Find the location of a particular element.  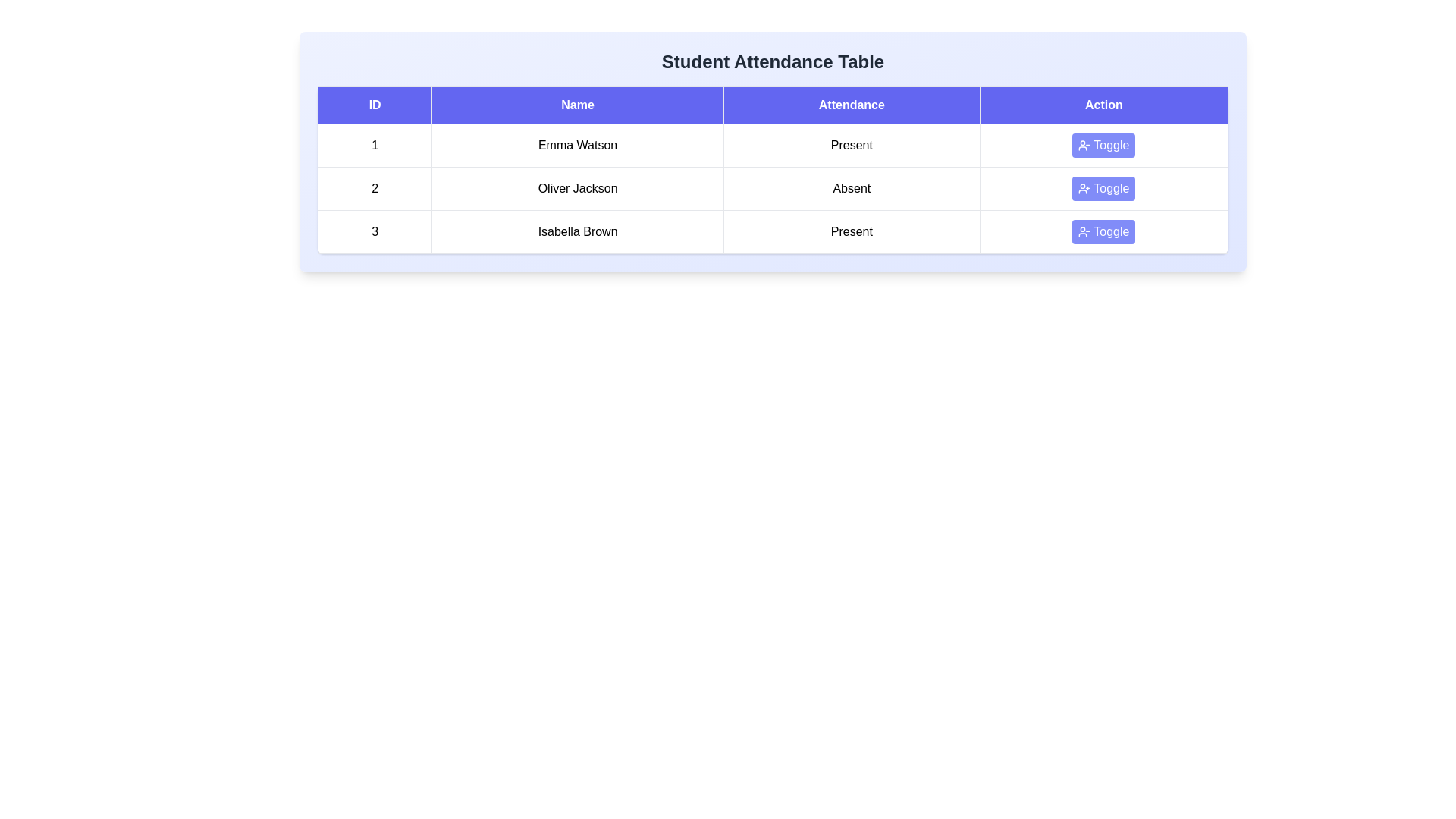

the table cell displaying the numeral '3' in the 'ID' column of the last row corresponding to 'Isabella Brown' is located at coordinates (375, 231).